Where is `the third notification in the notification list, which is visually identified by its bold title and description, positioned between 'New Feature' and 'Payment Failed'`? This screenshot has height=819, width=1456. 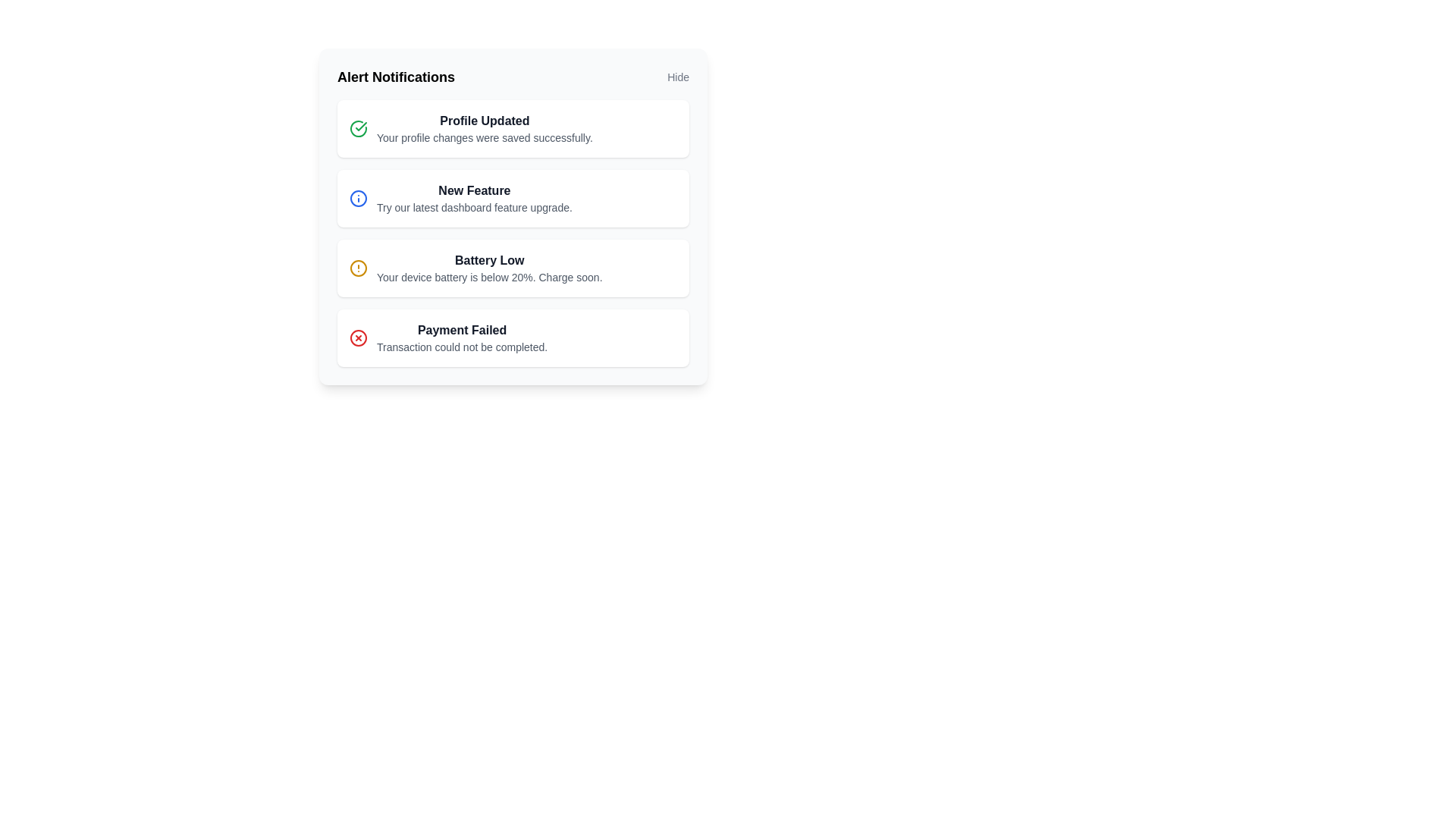 the third notification in the notification list, which is visually identified by its bold title and description, positioned between 'New Feature' and 'Payment Failed' is located at coordinates (513, 234).